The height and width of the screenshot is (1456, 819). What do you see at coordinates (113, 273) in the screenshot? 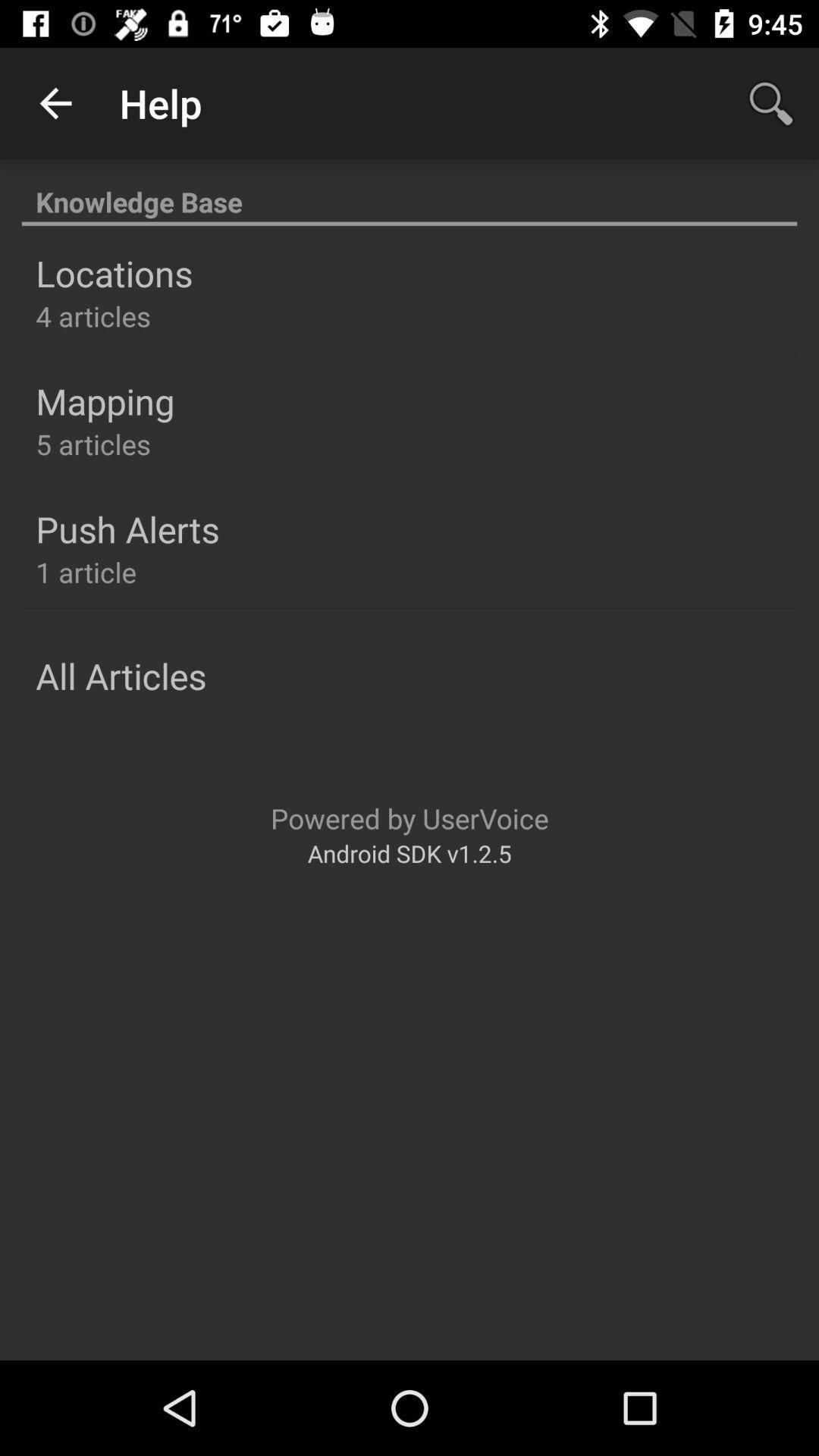
I see `icon above 4 articles icon` at bounding box center [113, 273].